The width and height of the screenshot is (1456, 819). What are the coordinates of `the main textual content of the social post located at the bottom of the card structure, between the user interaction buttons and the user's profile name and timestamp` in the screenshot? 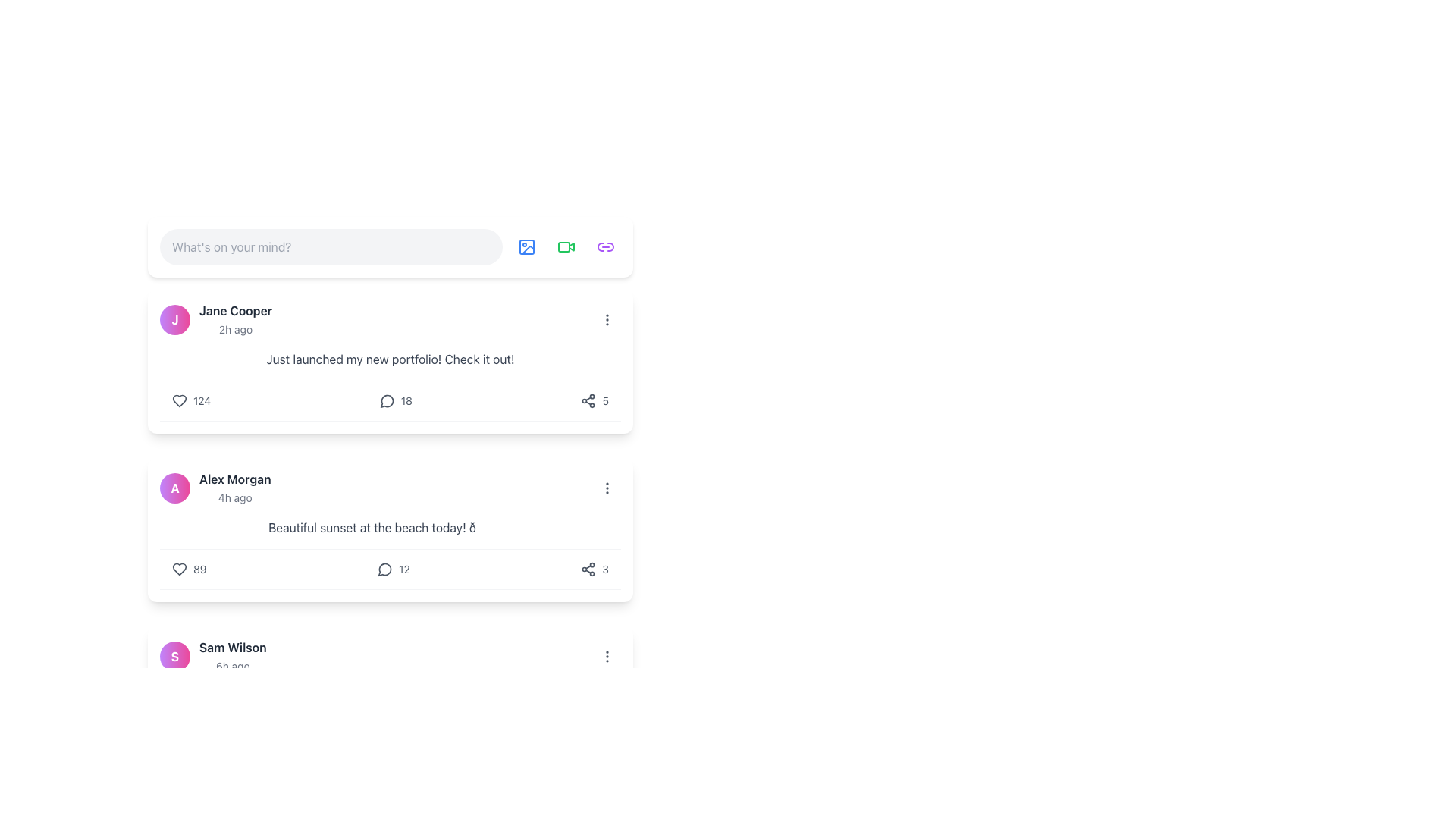 It's located at (390, 526).